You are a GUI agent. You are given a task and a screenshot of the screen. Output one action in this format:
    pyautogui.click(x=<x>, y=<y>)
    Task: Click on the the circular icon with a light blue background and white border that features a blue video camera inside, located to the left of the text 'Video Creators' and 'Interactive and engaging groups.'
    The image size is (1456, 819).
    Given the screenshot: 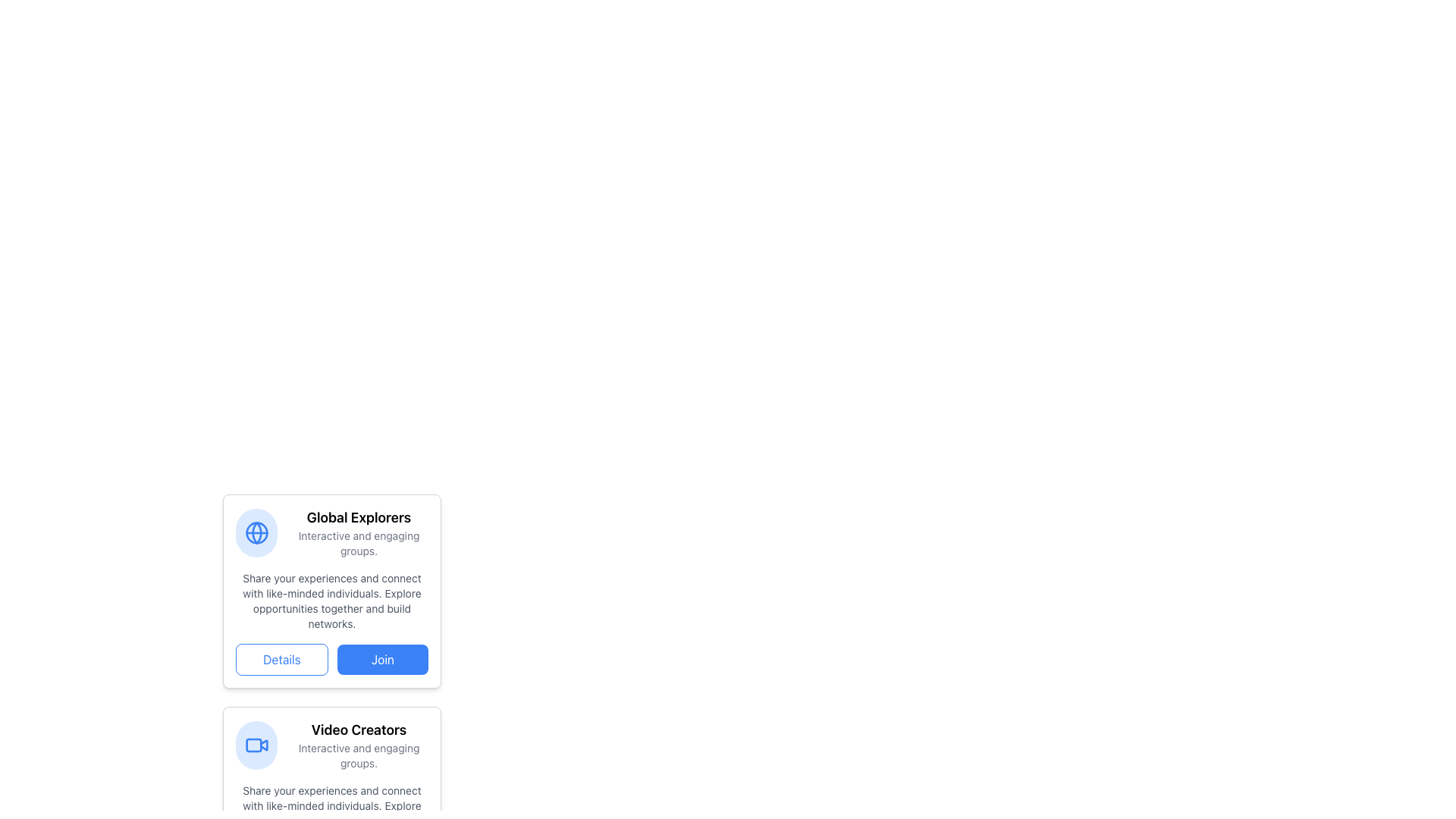 What is the action you would take?
    pyautogui.click(x=256, y=745)
    